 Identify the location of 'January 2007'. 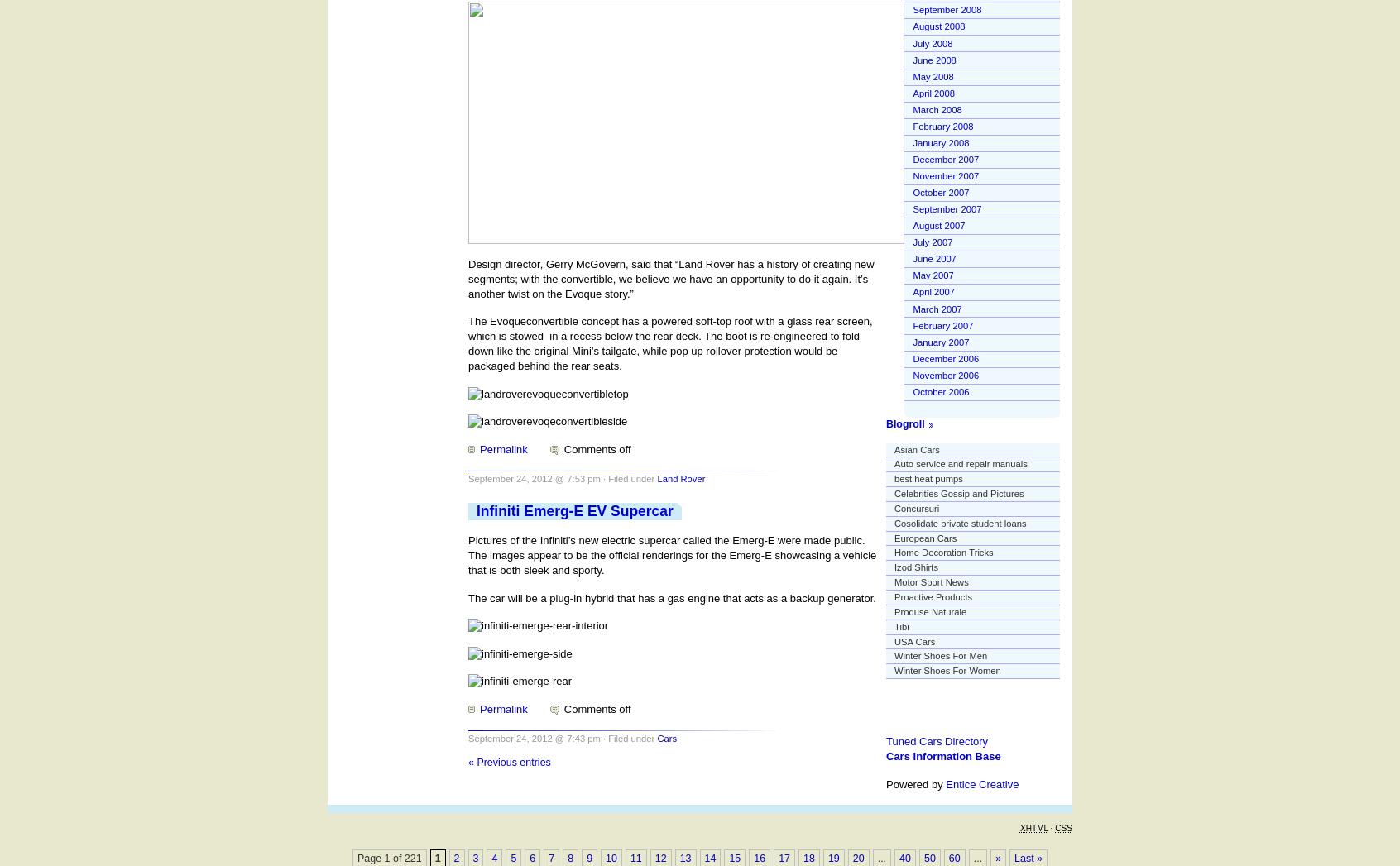
(940, 341).